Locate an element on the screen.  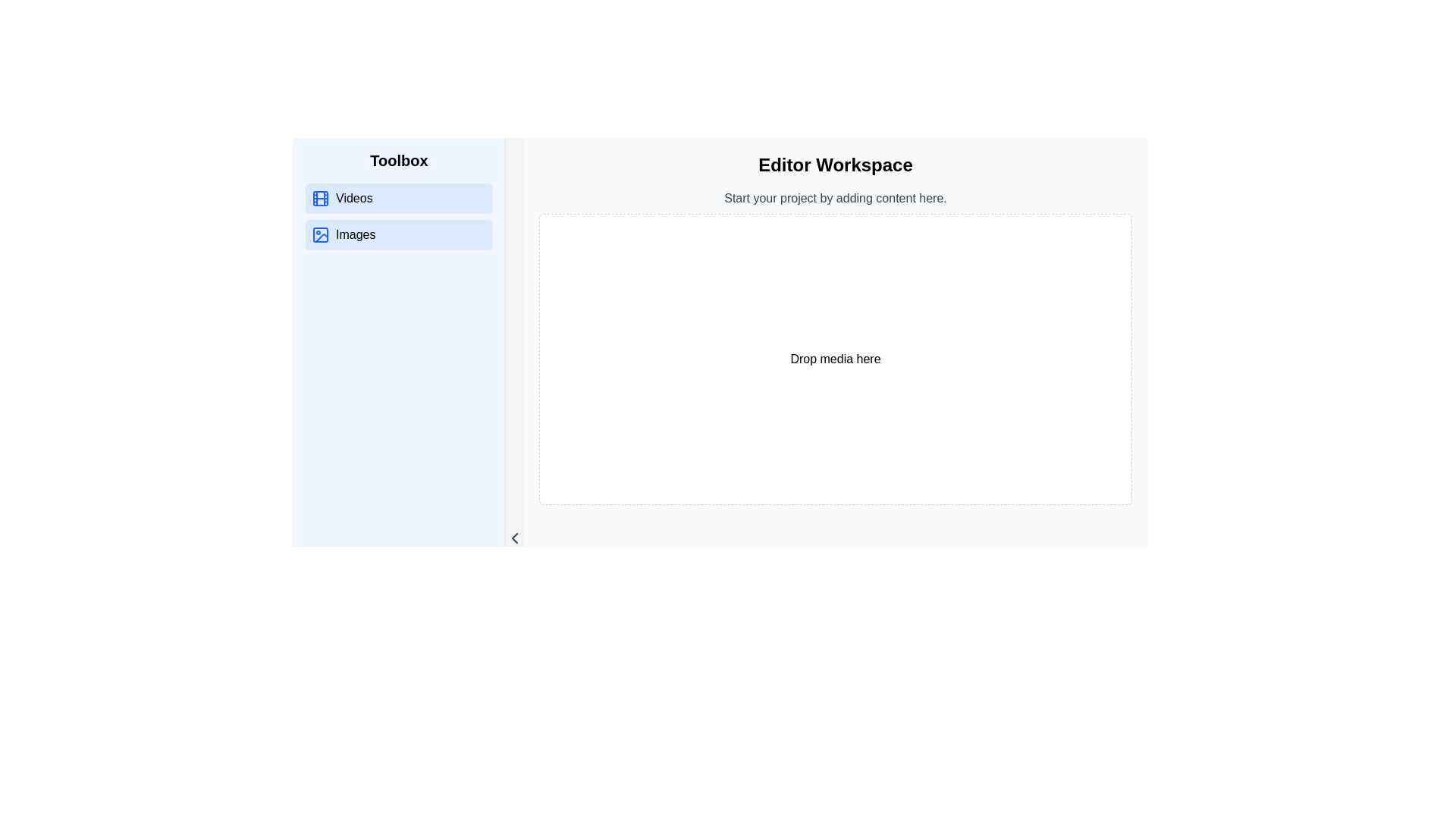
the filmstrip icon representing the 'Videos' functionality located in the 'Toolbox' section, to the left of the 'Videos' text label, if it is linked is located at coordinates (319, 198).